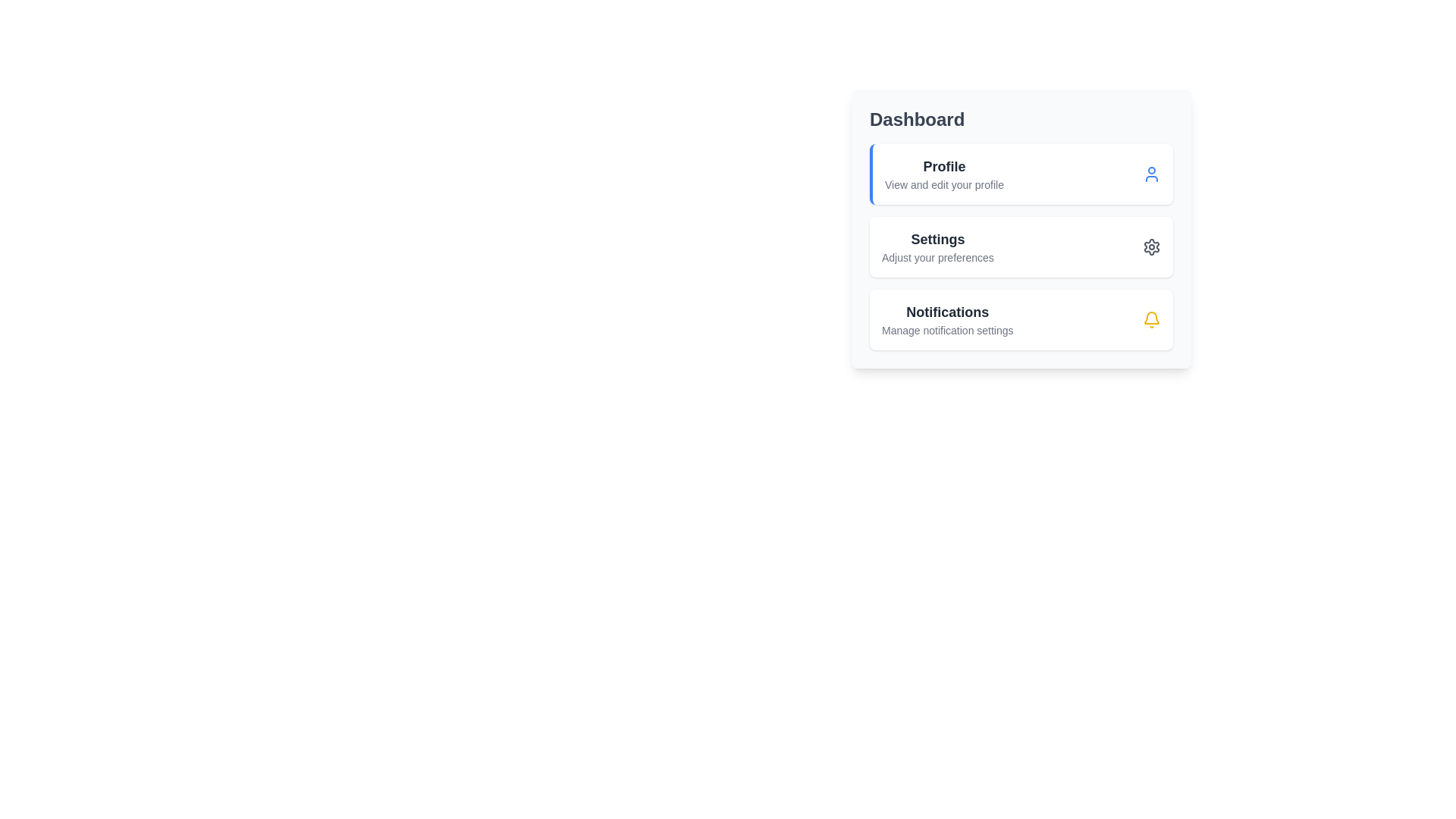  Describe the element at coordinates (943, 184) in the screenshot. I see `the descriptive text label located directly underneath the 'Profile' label in the 'Dashboard' section` at that location.